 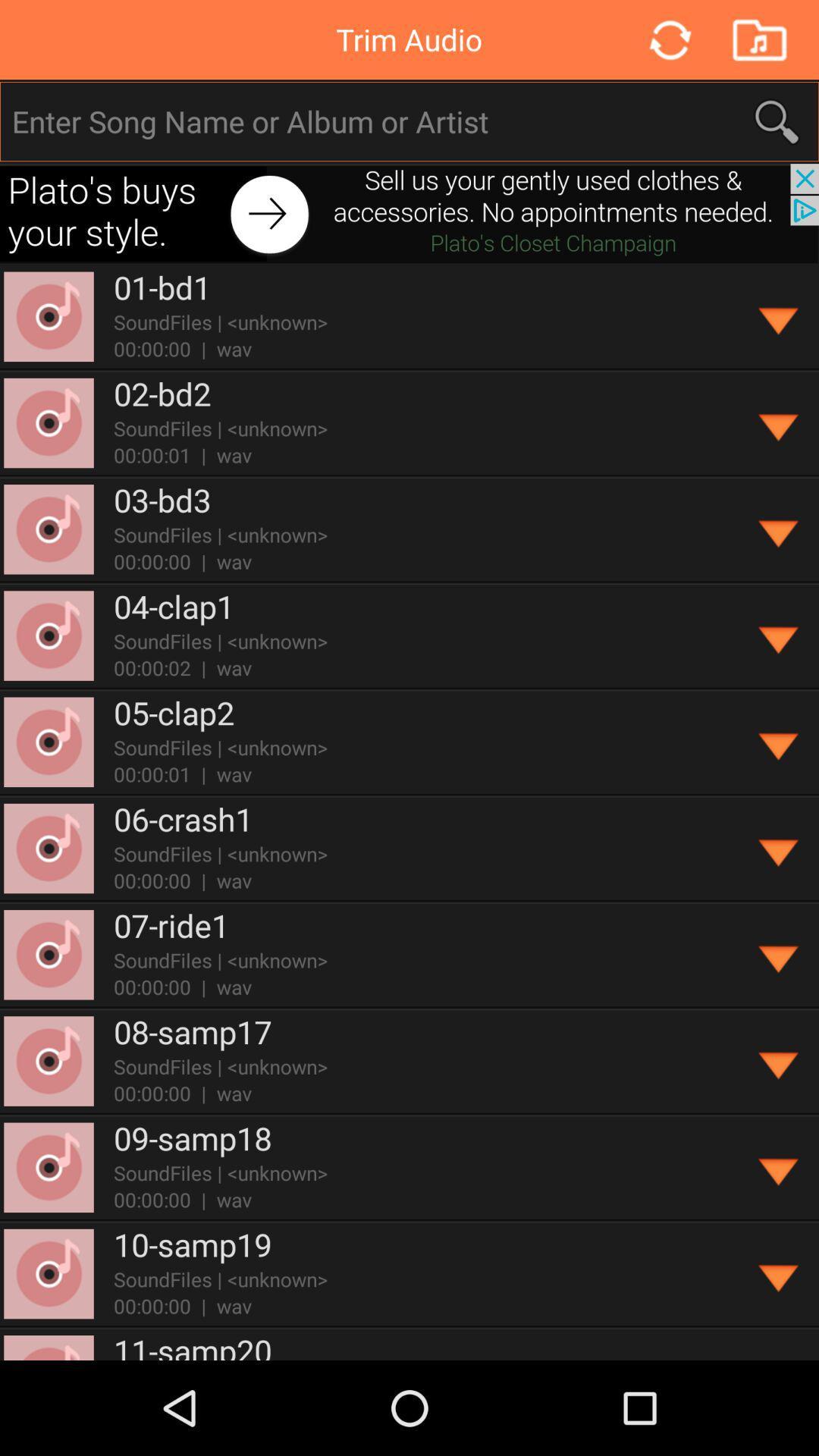 What do you see at coordinates (779, 848) in the screenshot?
I see `details` at bounding box center [779, 848].